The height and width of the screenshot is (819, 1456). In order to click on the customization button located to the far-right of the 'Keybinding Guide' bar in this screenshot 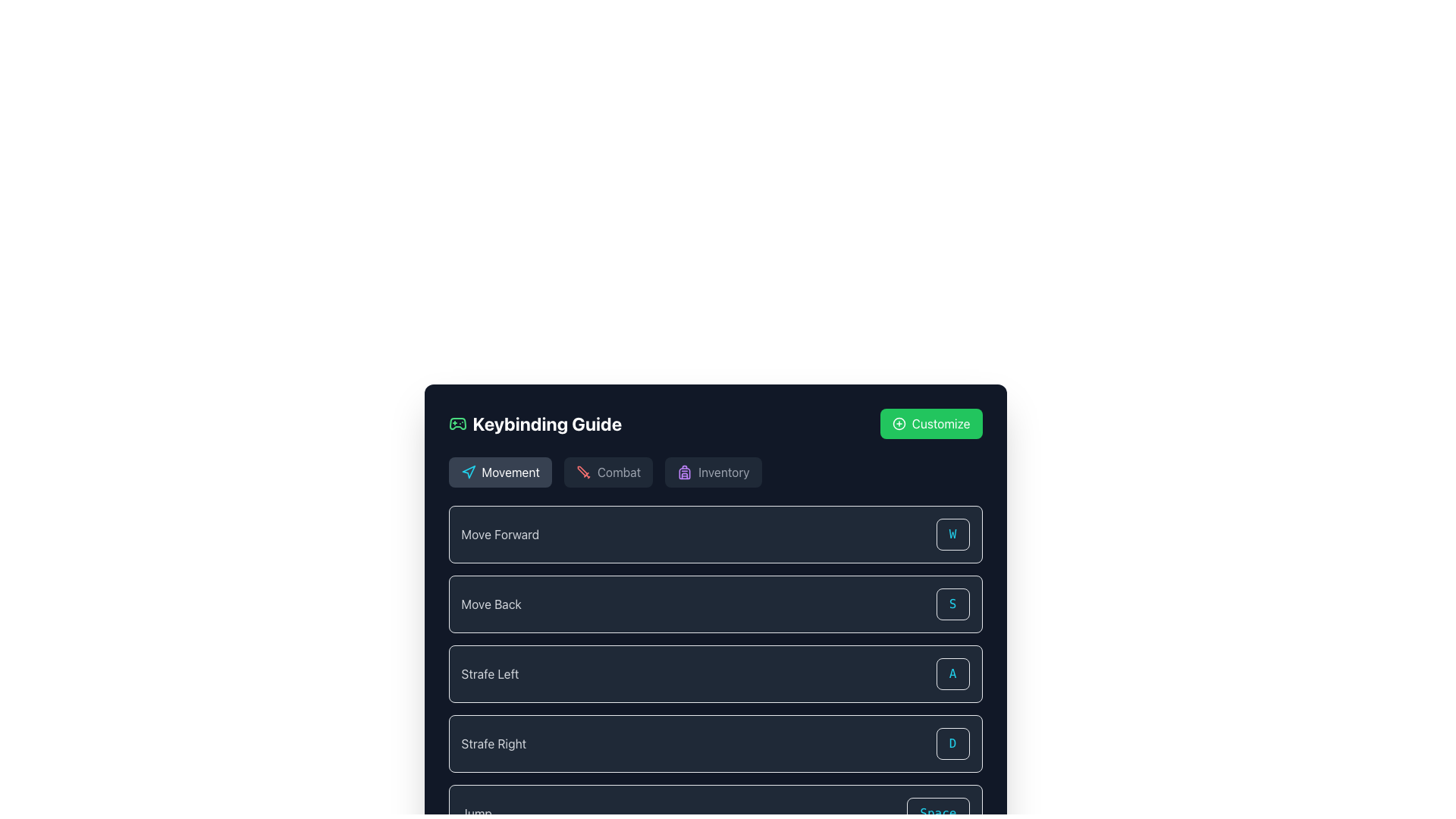, I will do `click(930, 424)`.